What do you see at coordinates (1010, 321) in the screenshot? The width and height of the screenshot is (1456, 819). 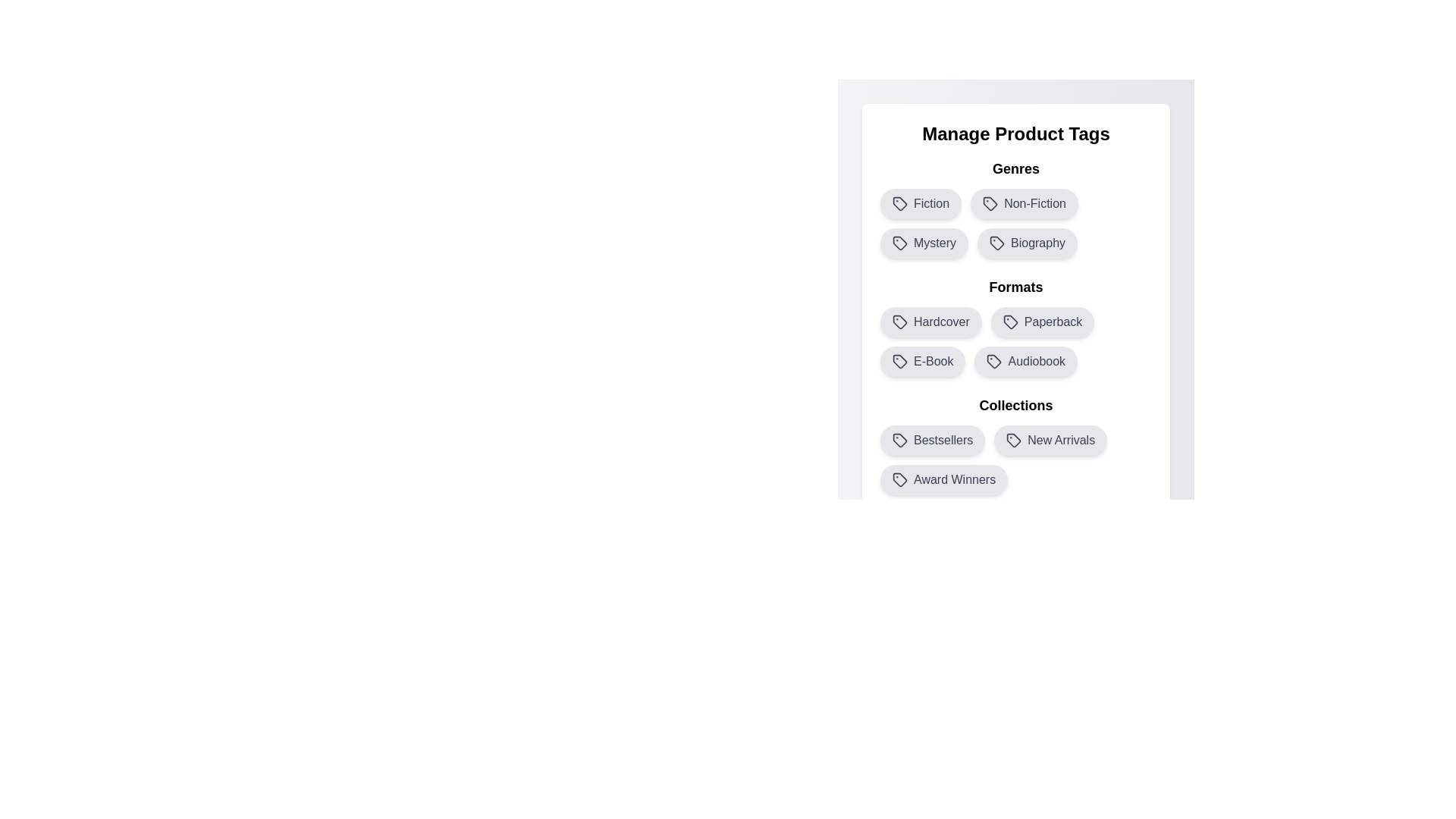 I see `the tag icon with a gray outline located to the left of the 'Paperback' text in the 'Formats' category under 'Manage Product Tags'` at bounding box center [1010, 321].